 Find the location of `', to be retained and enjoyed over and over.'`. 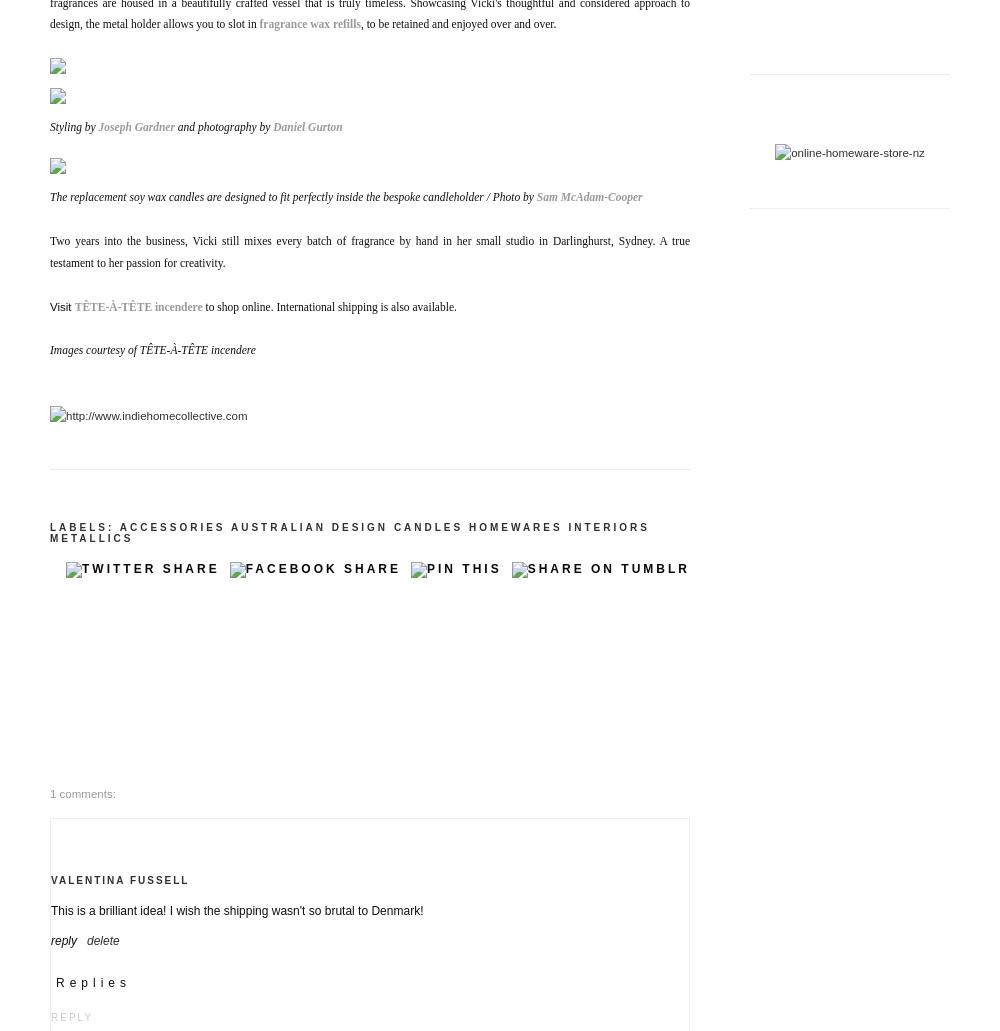

', to be retained and enjoyed over and over.' is located at coordinates (458, 24).